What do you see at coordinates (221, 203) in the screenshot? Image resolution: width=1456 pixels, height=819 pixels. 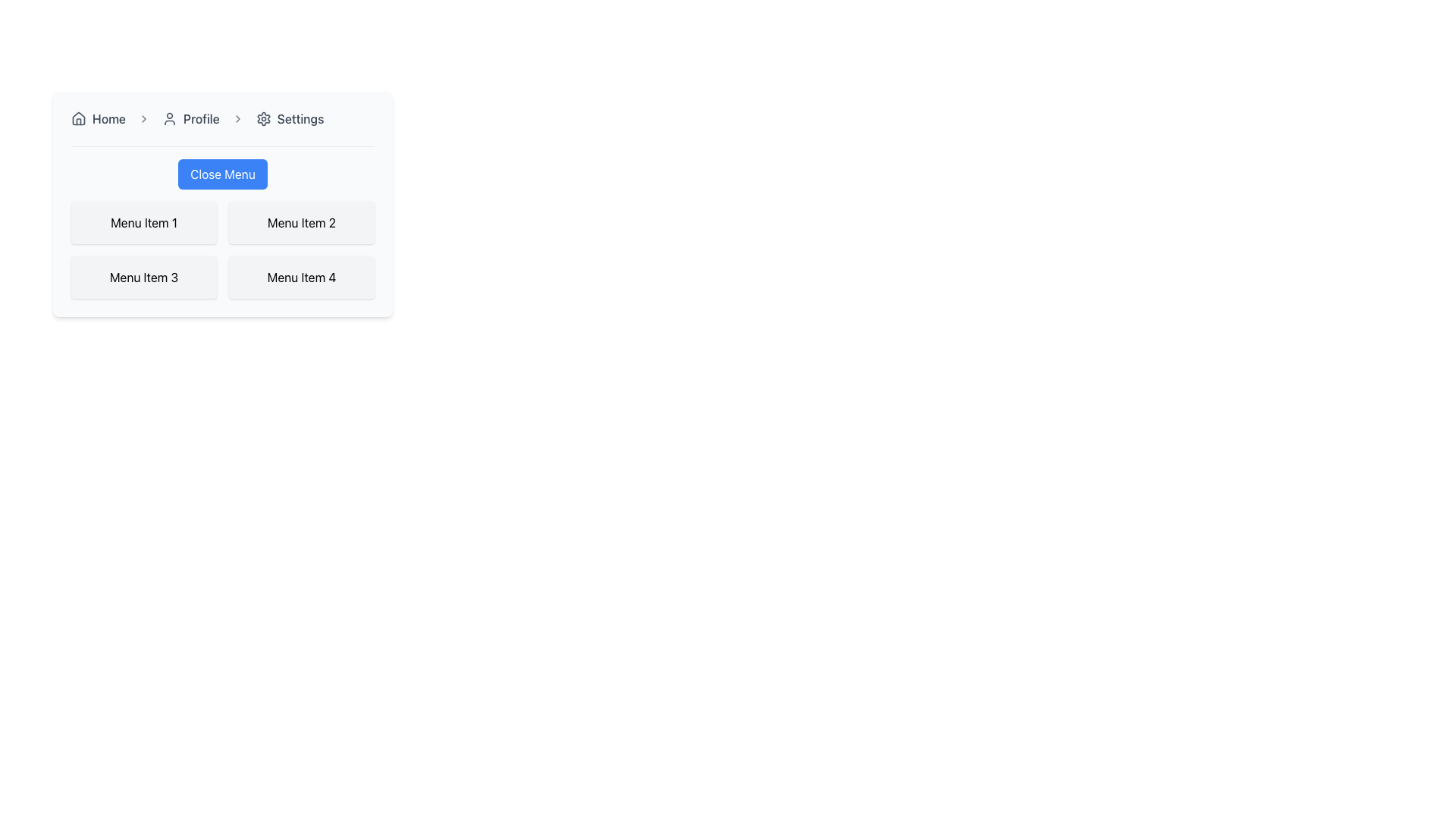 I see `the interactive menu panel located centrally in the interface that provides navigation options such as 'Home', 'Profile', and 'Settings'` at bounding box center [221, 203].